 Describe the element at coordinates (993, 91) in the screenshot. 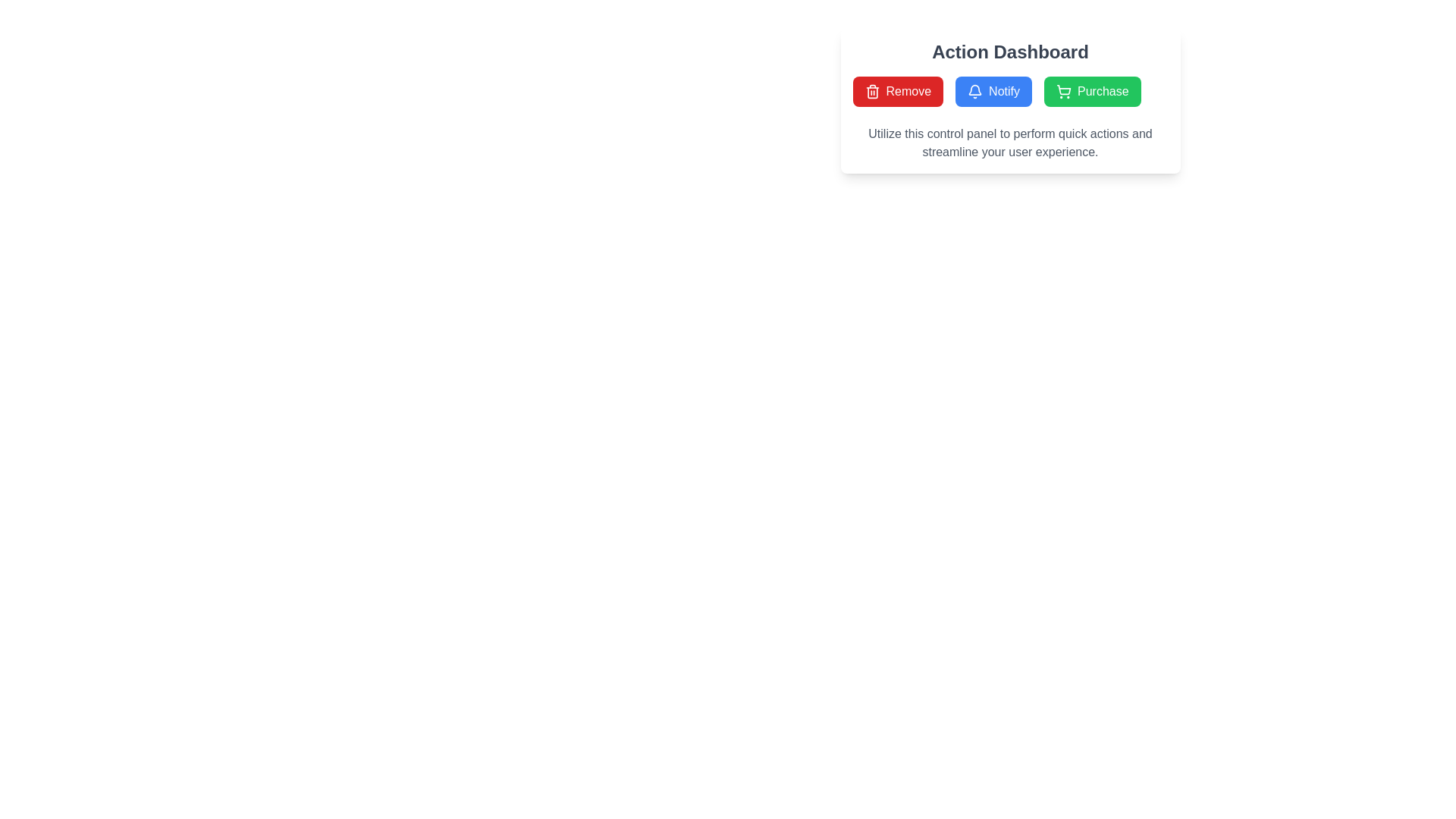

I see `the second button from the left in the 'Action Dashboard' section to initiate a notification` at that location.